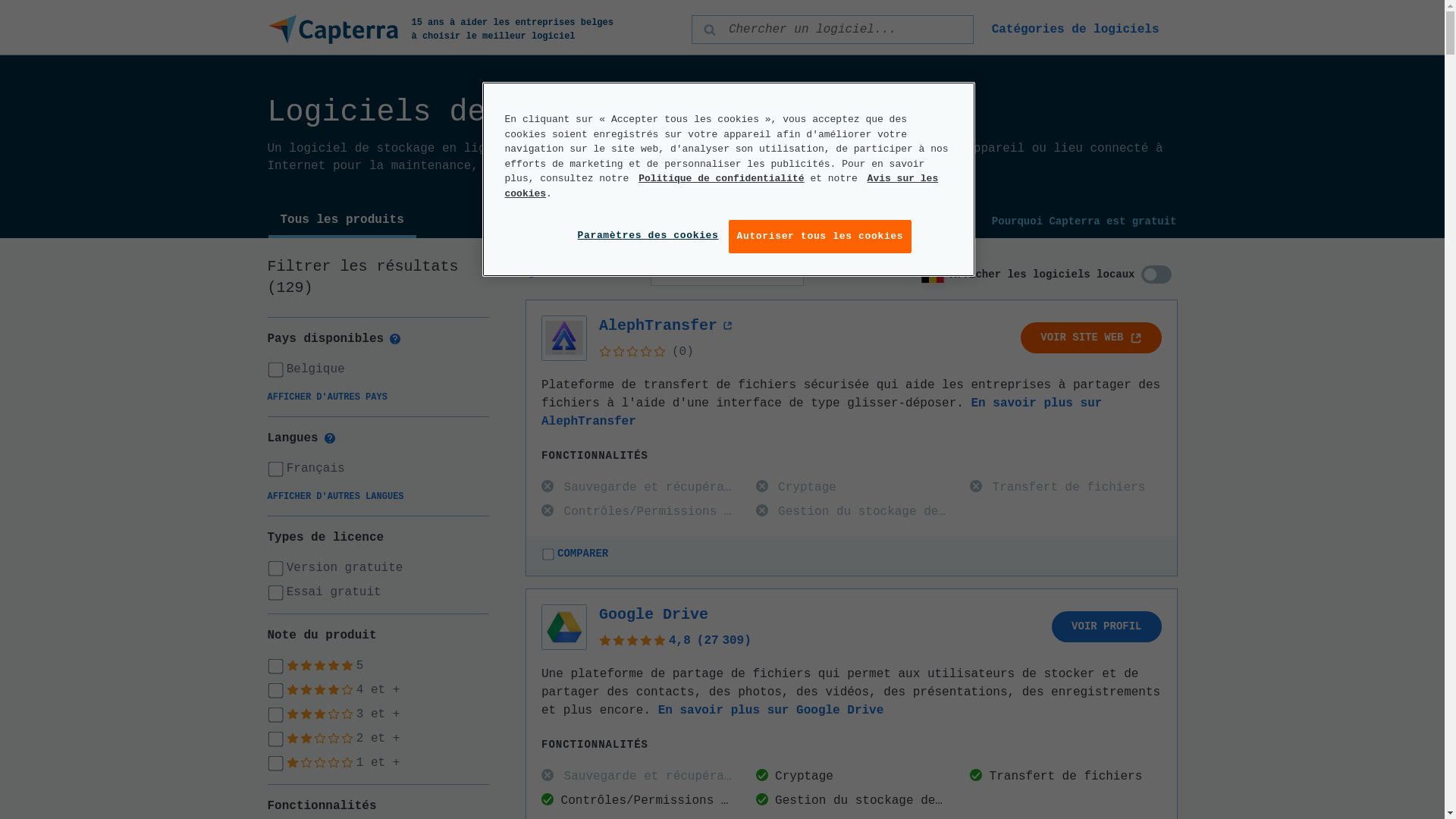  I want to click on '1 et +', so click(378, 763).